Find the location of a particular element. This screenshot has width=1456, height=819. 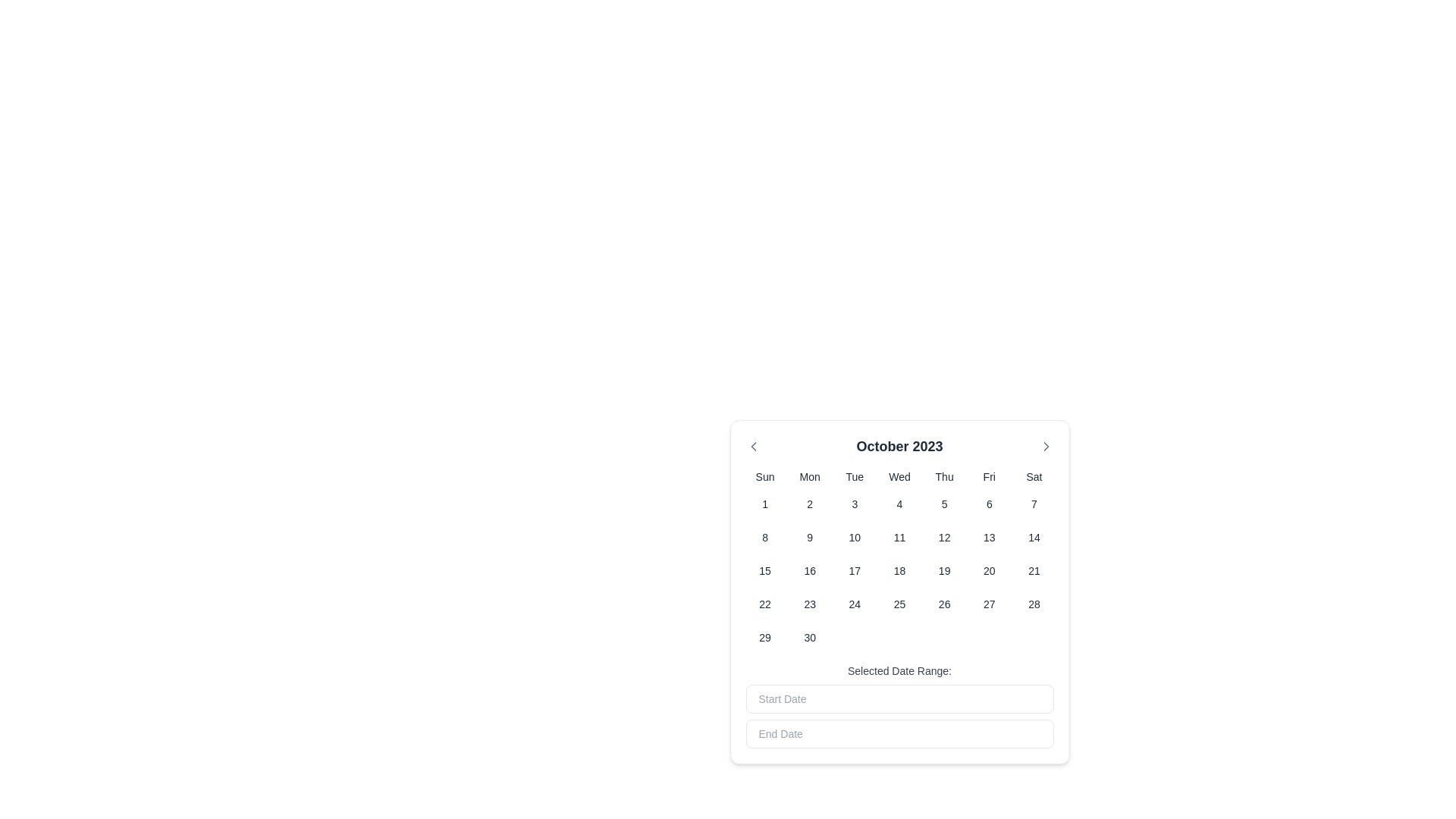

the text label 'Wed' in the header row of the calendar view, which is formatted with center alignment and medium font weight is located at coordinates (899, 475).